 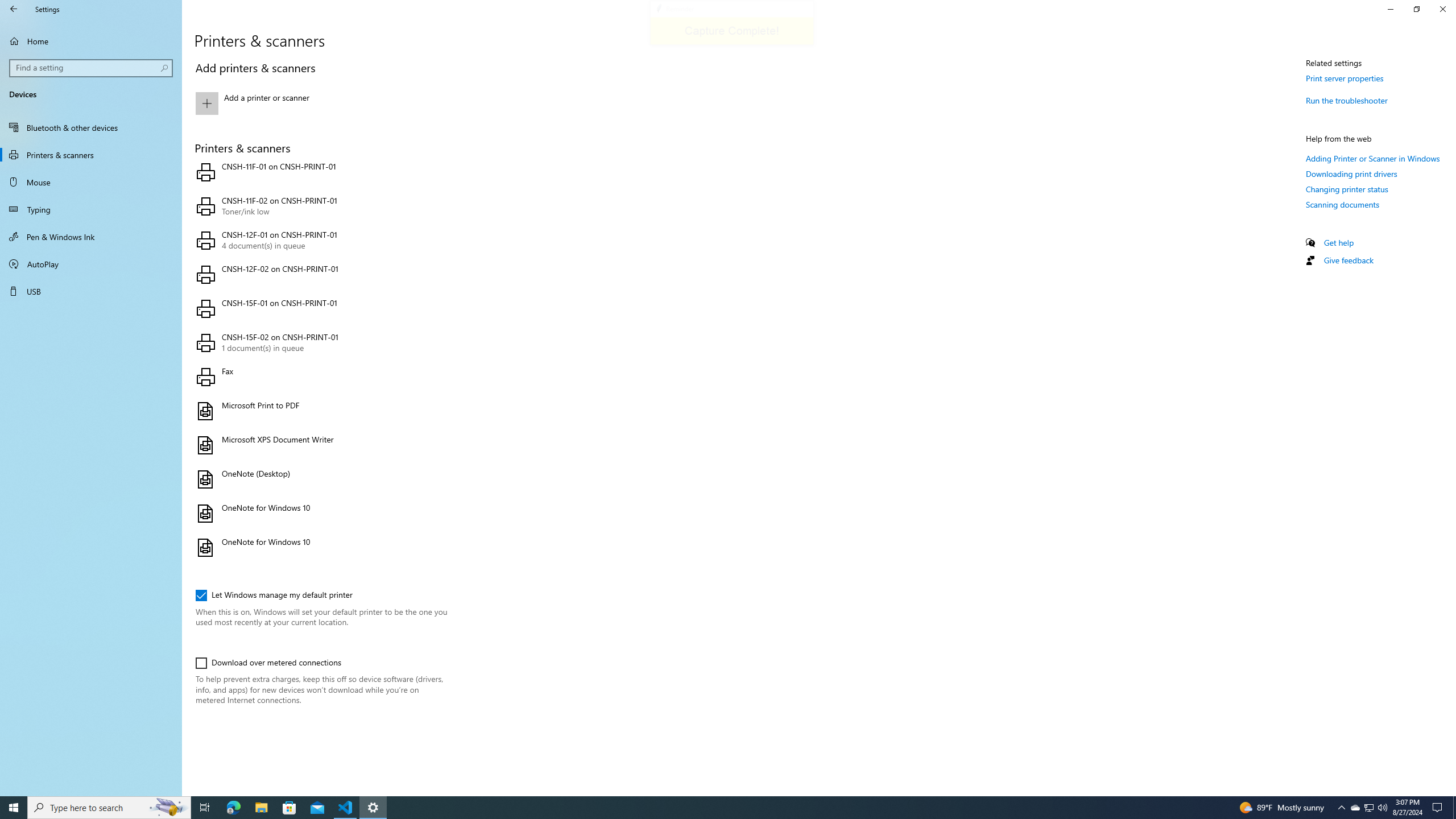 I want to click on 'Print server properties', so click(x=1345, y=78).